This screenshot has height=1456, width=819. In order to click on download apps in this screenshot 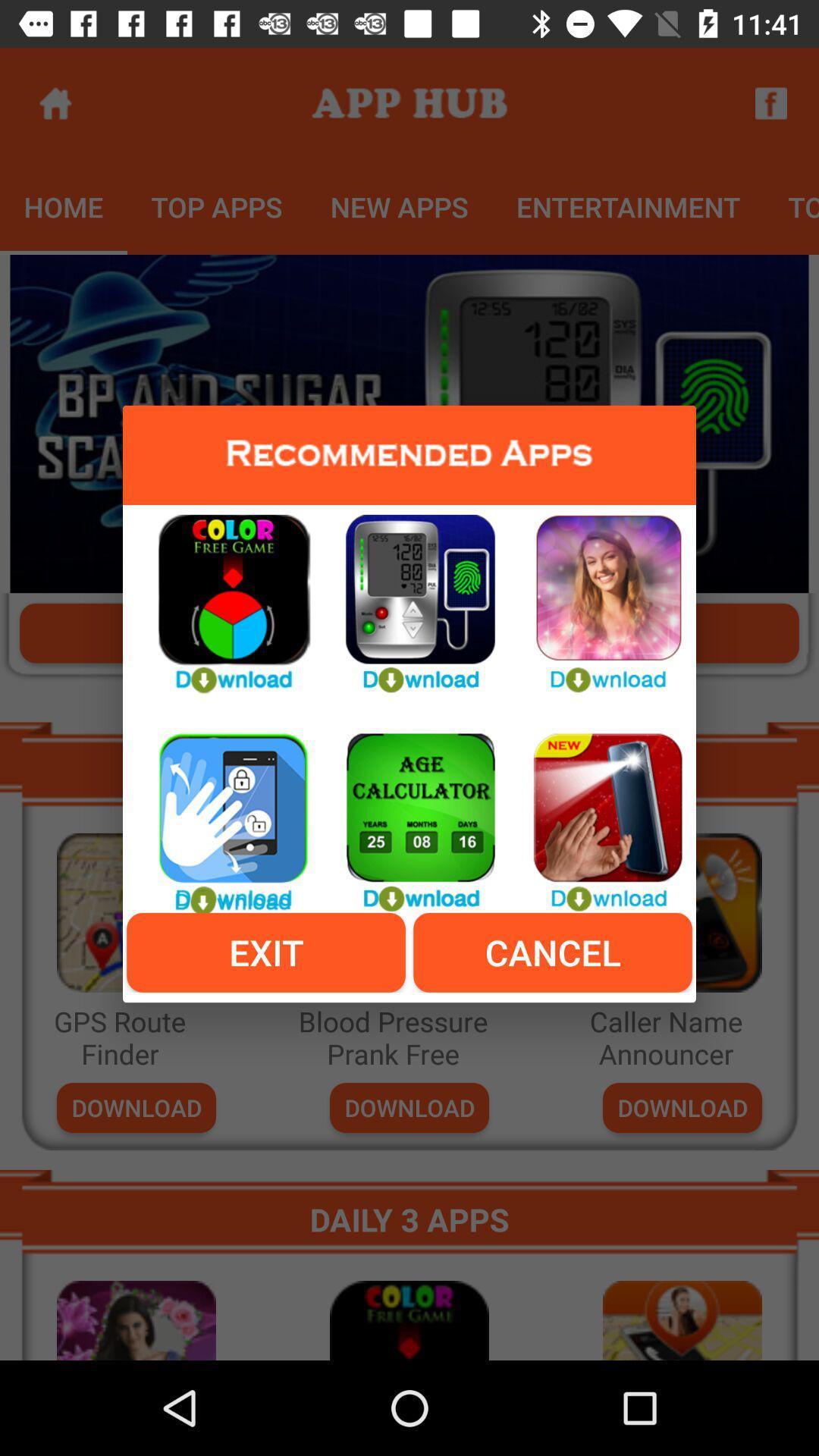, I will do `click(409, 594)`.